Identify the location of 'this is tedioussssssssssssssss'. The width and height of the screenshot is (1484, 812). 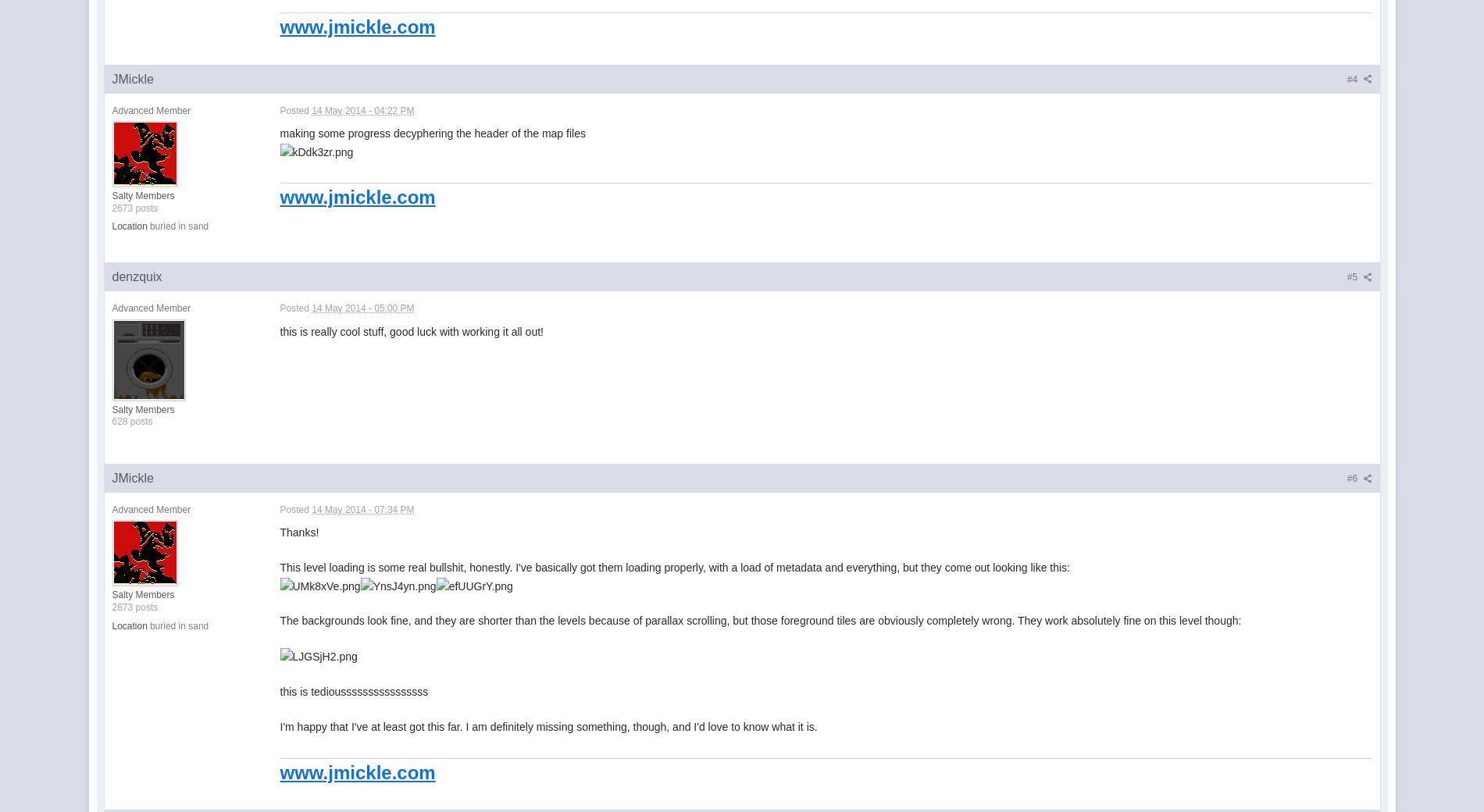
(352, 690).